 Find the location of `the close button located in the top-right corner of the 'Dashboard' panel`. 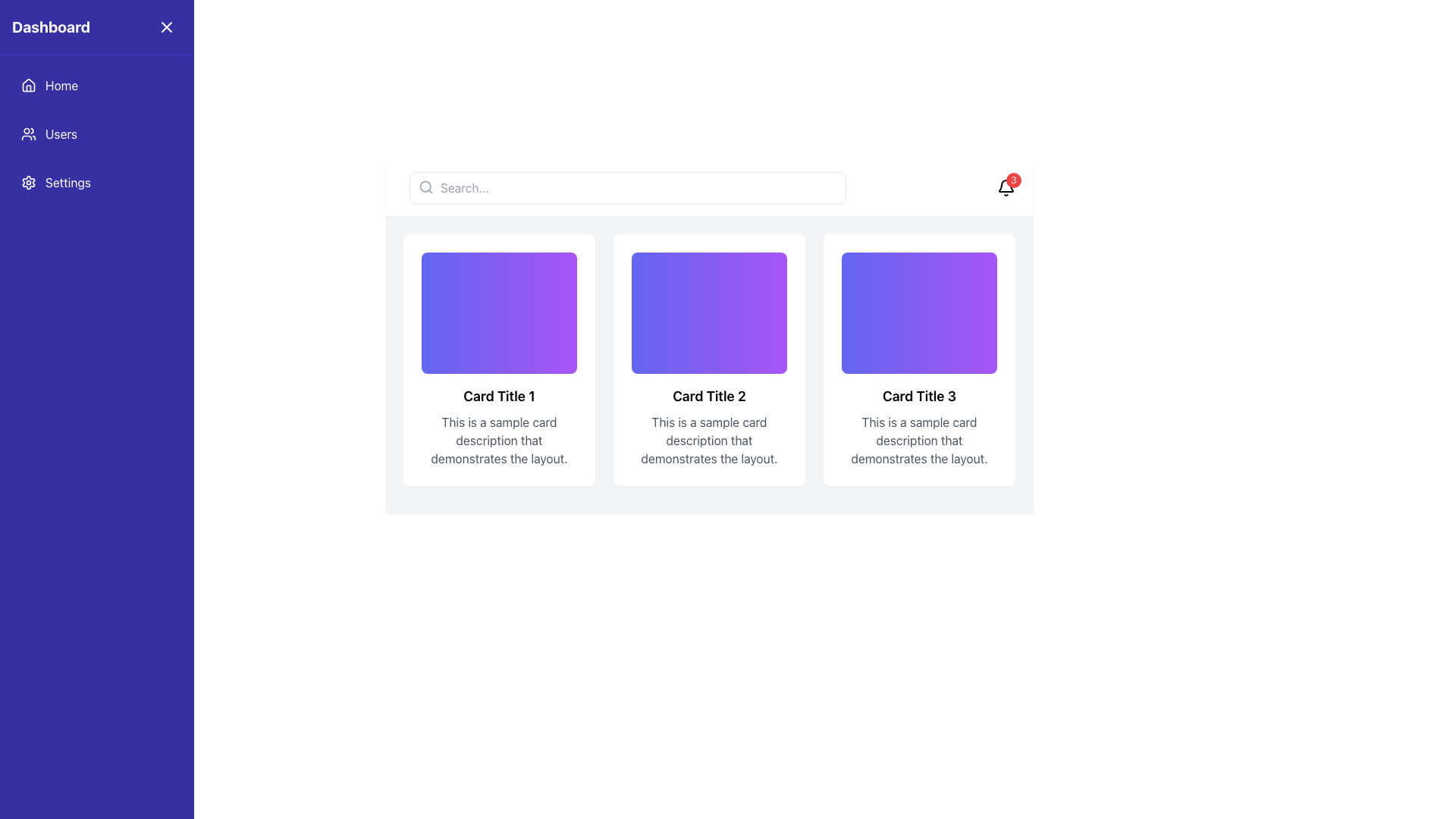

the close button located in the top-right corner of the 'Dashboard' panel is located at coordinates (167, 27).